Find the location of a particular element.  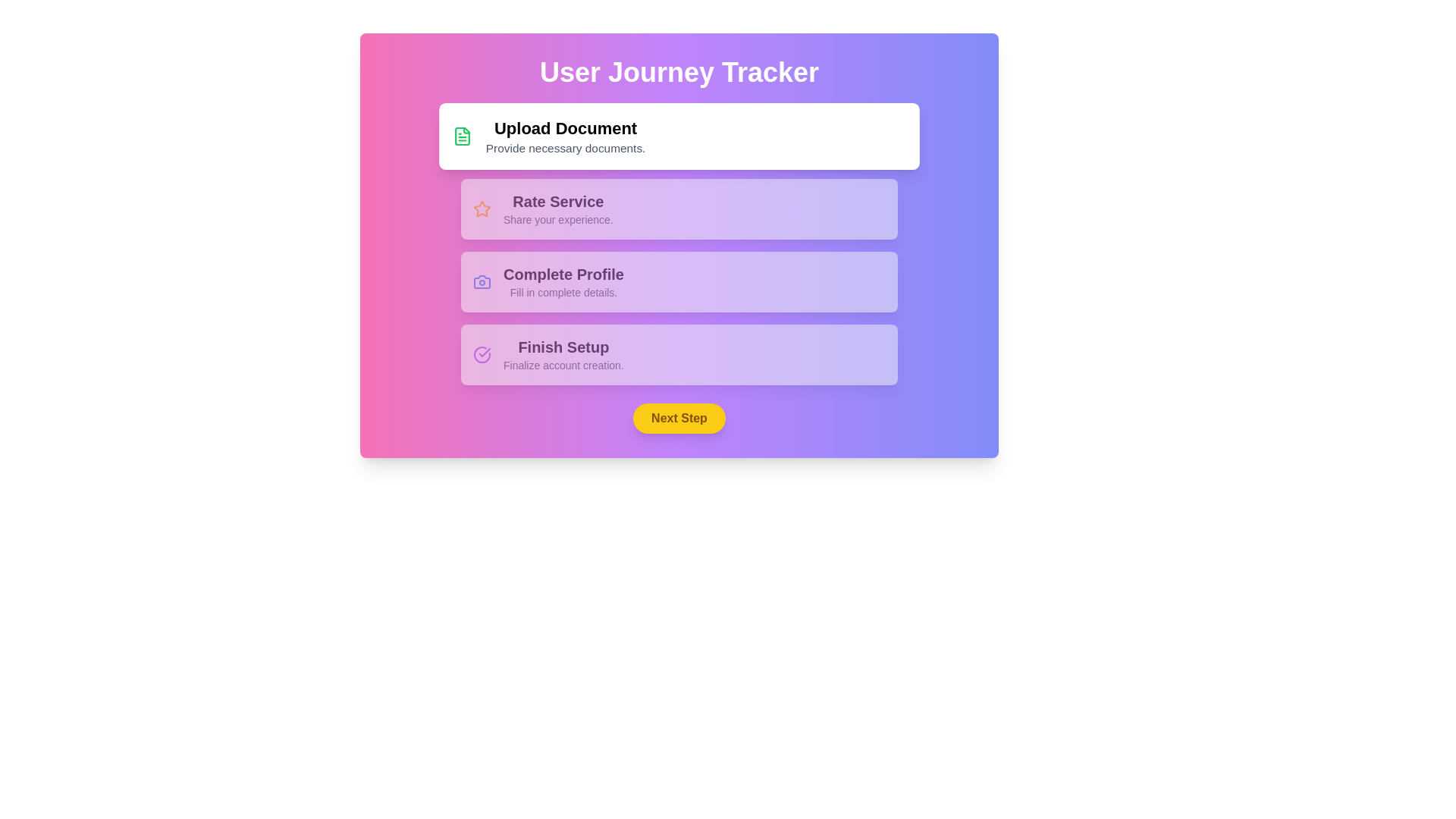

text label providing additional context for the 'Rate Service' feature, which is positioned directly beneath the main label in the same group is located at coordinates (557, 219).